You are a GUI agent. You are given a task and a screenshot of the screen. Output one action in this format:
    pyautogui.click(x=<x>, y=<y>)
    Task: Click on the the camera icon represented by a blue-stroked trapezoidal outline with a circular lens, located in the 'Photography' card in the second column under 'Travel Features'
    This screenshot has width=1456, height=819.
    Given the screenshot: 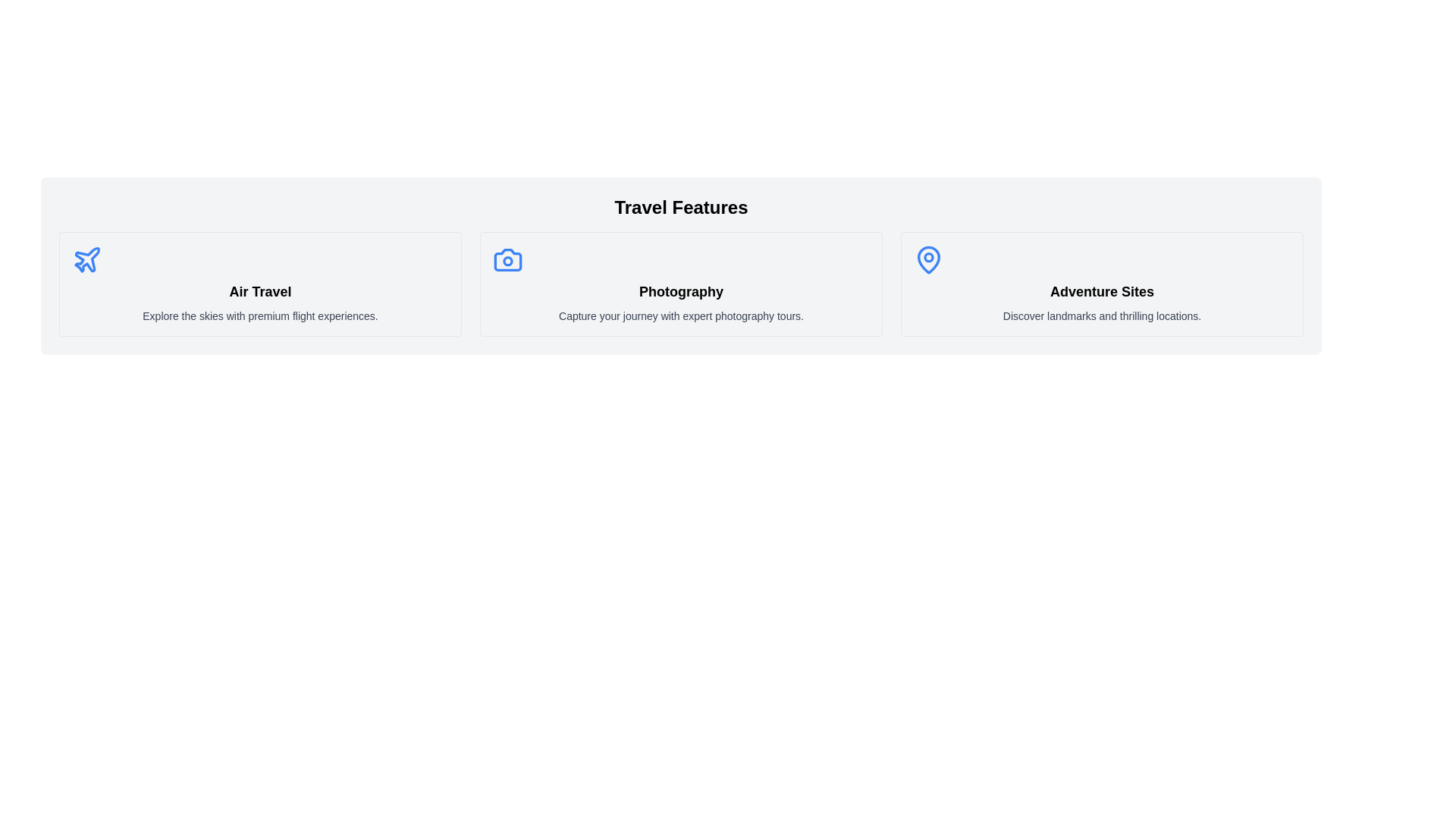 What is the action you would take?
    pyautogui.click(x=508, y=259)
    